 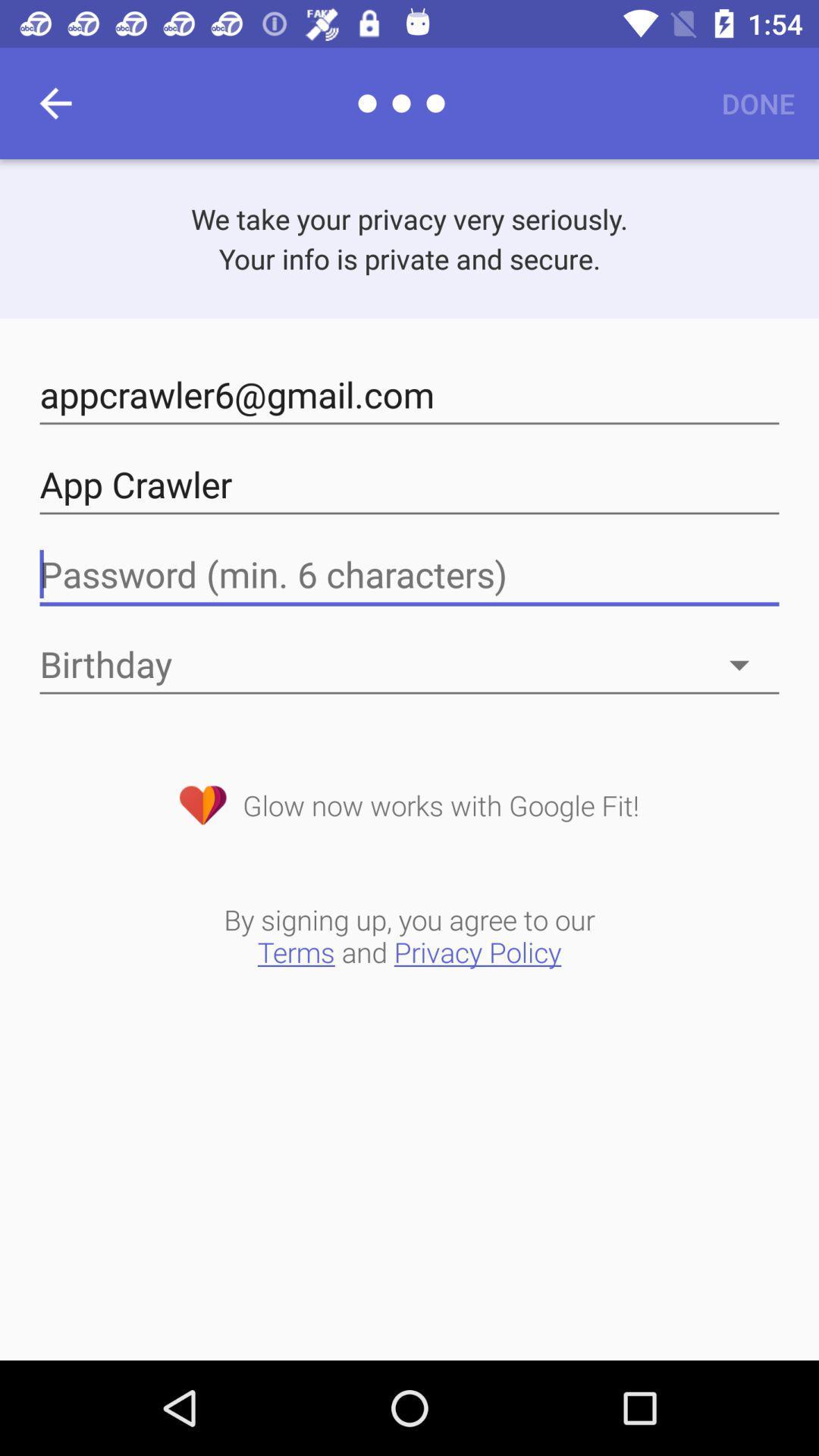 What do you see at coordinates (409, 574) in the screenshot?
I see `password` at bounding box center [409, 574].